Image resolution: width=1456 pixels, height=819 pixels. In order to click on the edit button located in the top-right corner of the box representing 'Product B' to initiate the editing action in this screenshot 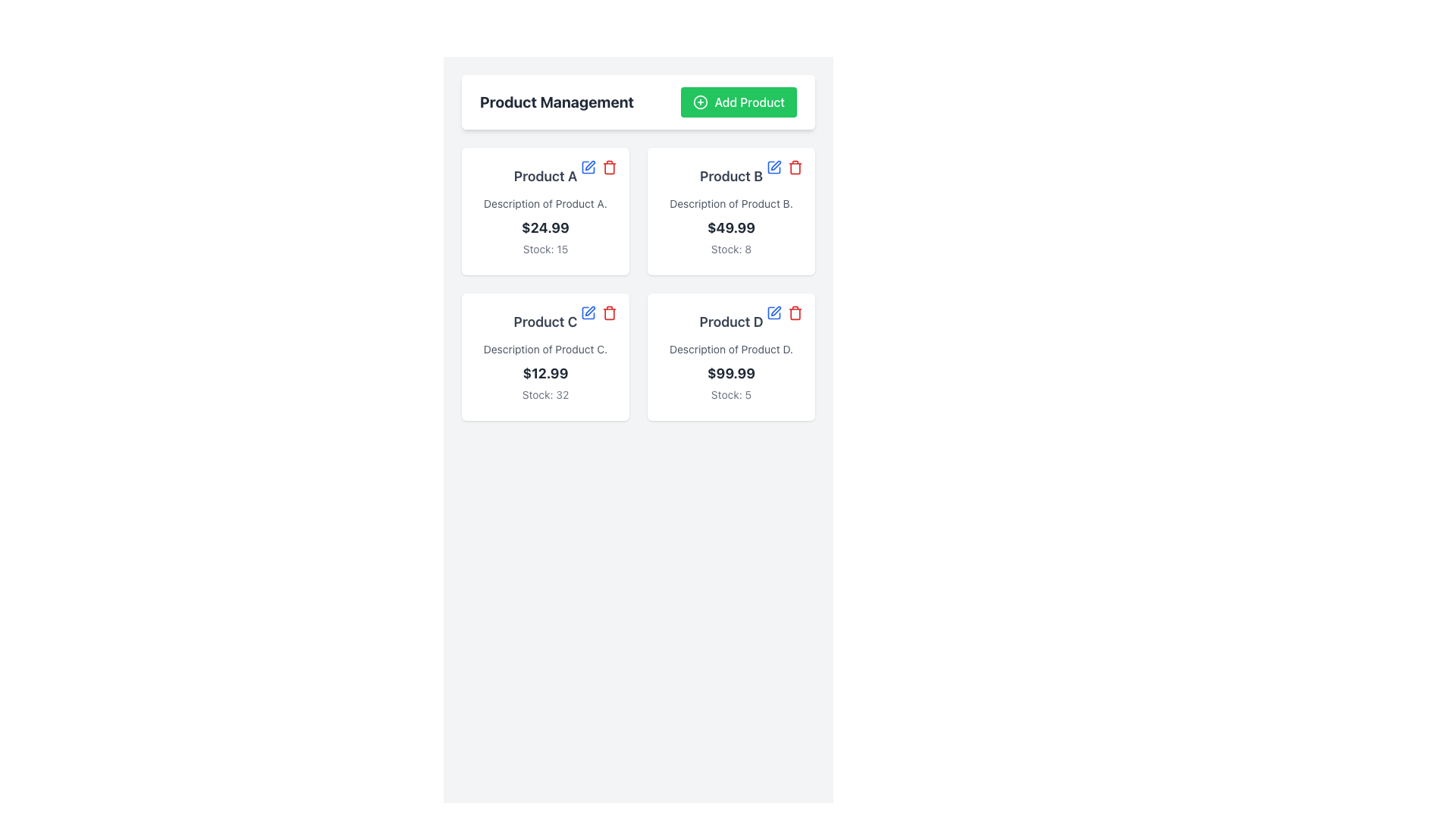, I will do `click(774, 167)`.